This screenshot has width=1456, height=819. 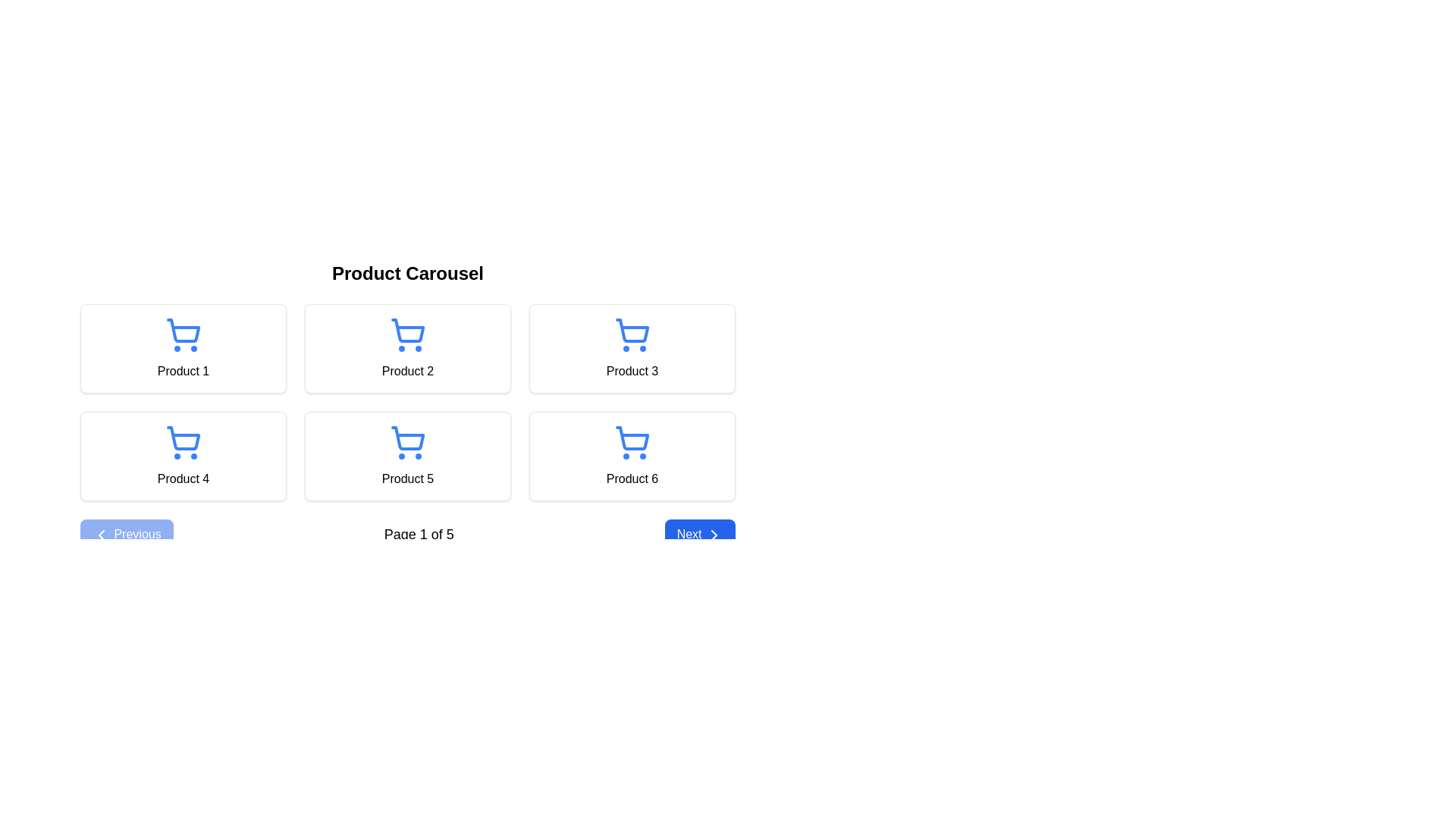 What do you see at coordinates (713, 534) in the screenshot?
I see `the rightward-pointing chevron icon that indicates the 'Next' action in the pagination control located at the bottom-right corner of the interface` at bounding box center [713, 534].